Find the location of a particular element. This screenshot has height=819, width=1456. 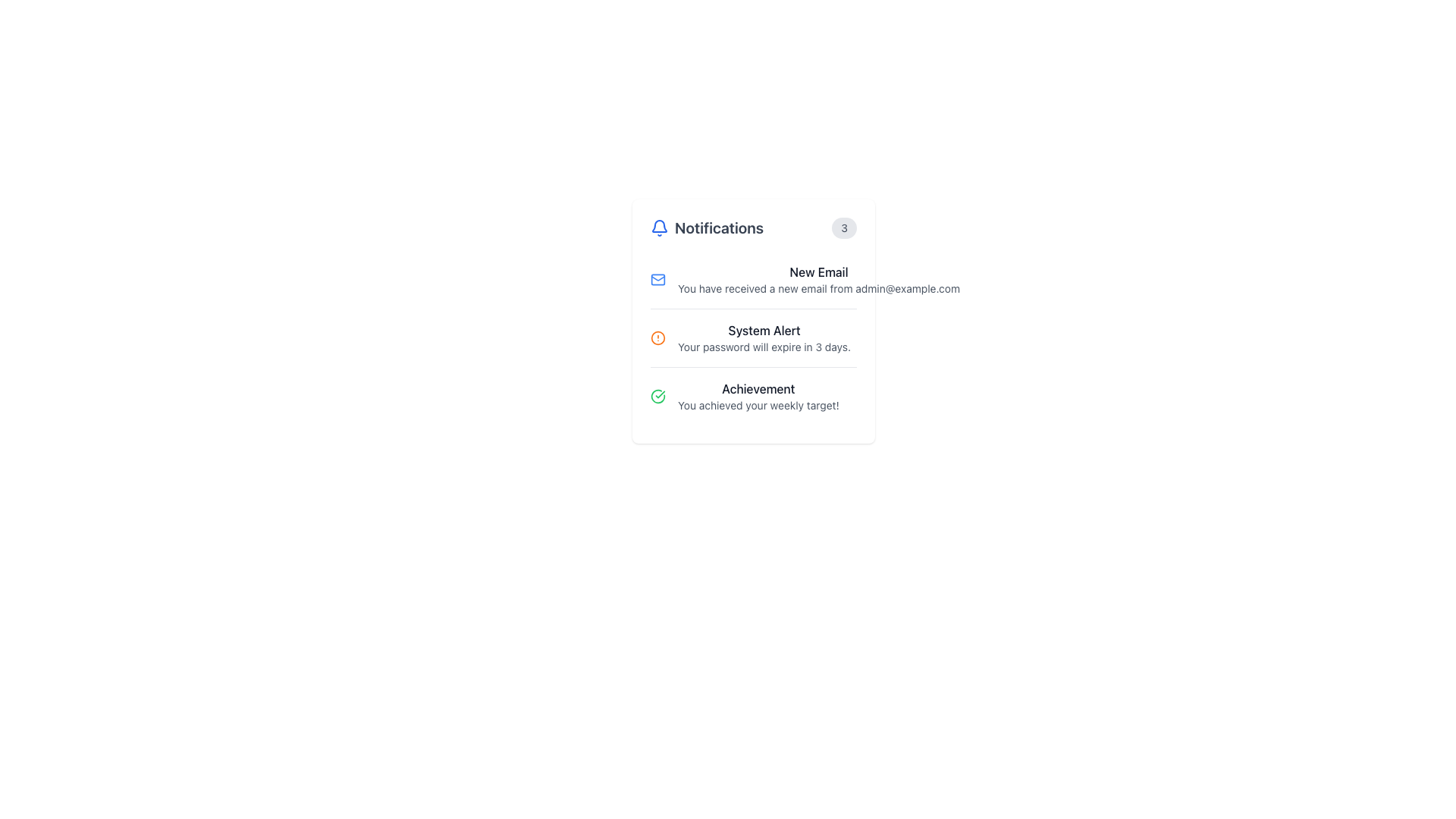

the email notification icon located to the left of the text header 'New Email' in the notification panel is located at coordinates (658, 280).